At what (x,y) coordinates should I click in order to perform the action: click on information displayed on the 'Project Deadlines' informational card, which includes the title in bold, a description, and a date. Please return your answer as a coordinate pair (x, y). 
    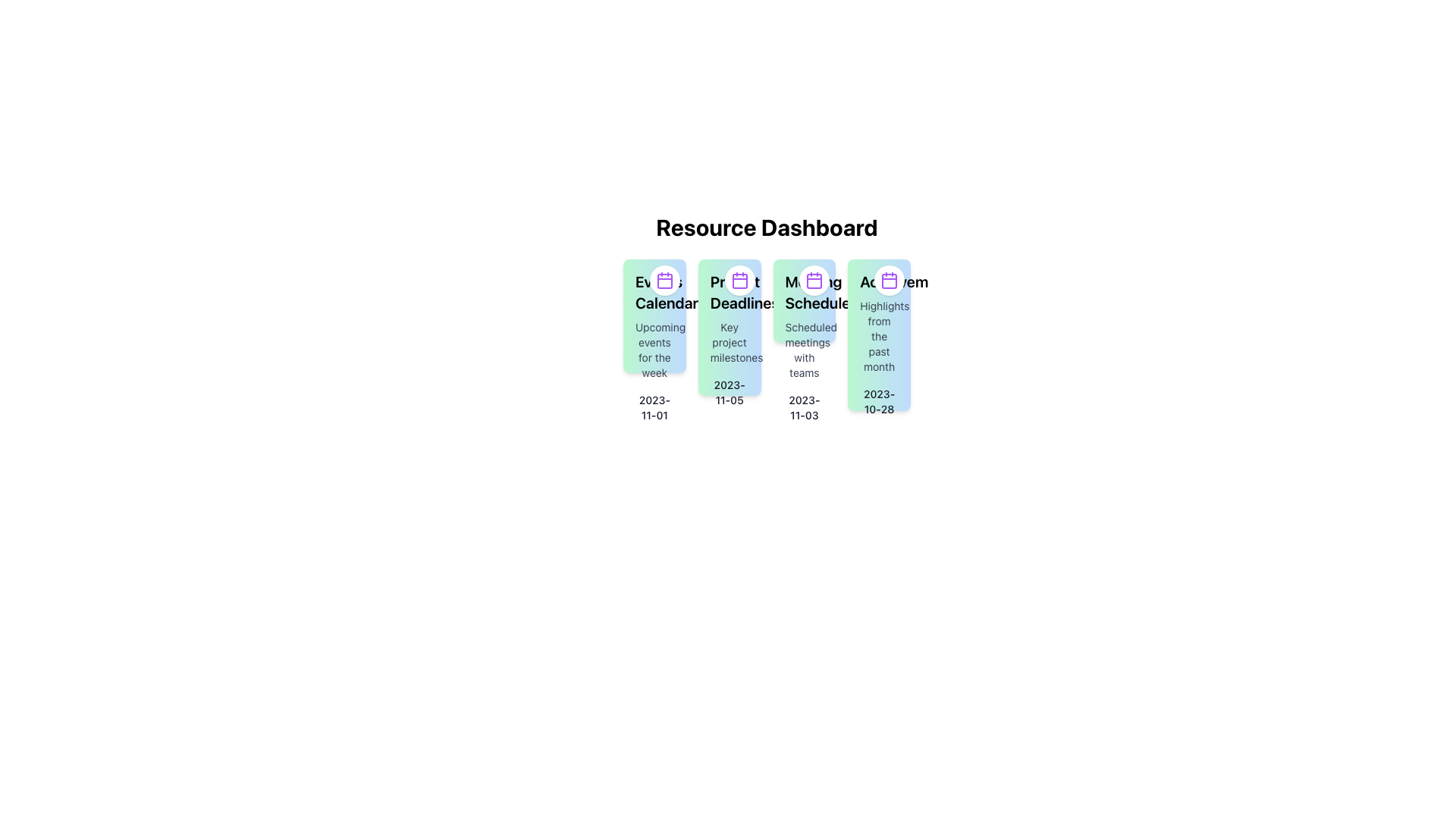
    Looking at the image, I should click on (730, 327).